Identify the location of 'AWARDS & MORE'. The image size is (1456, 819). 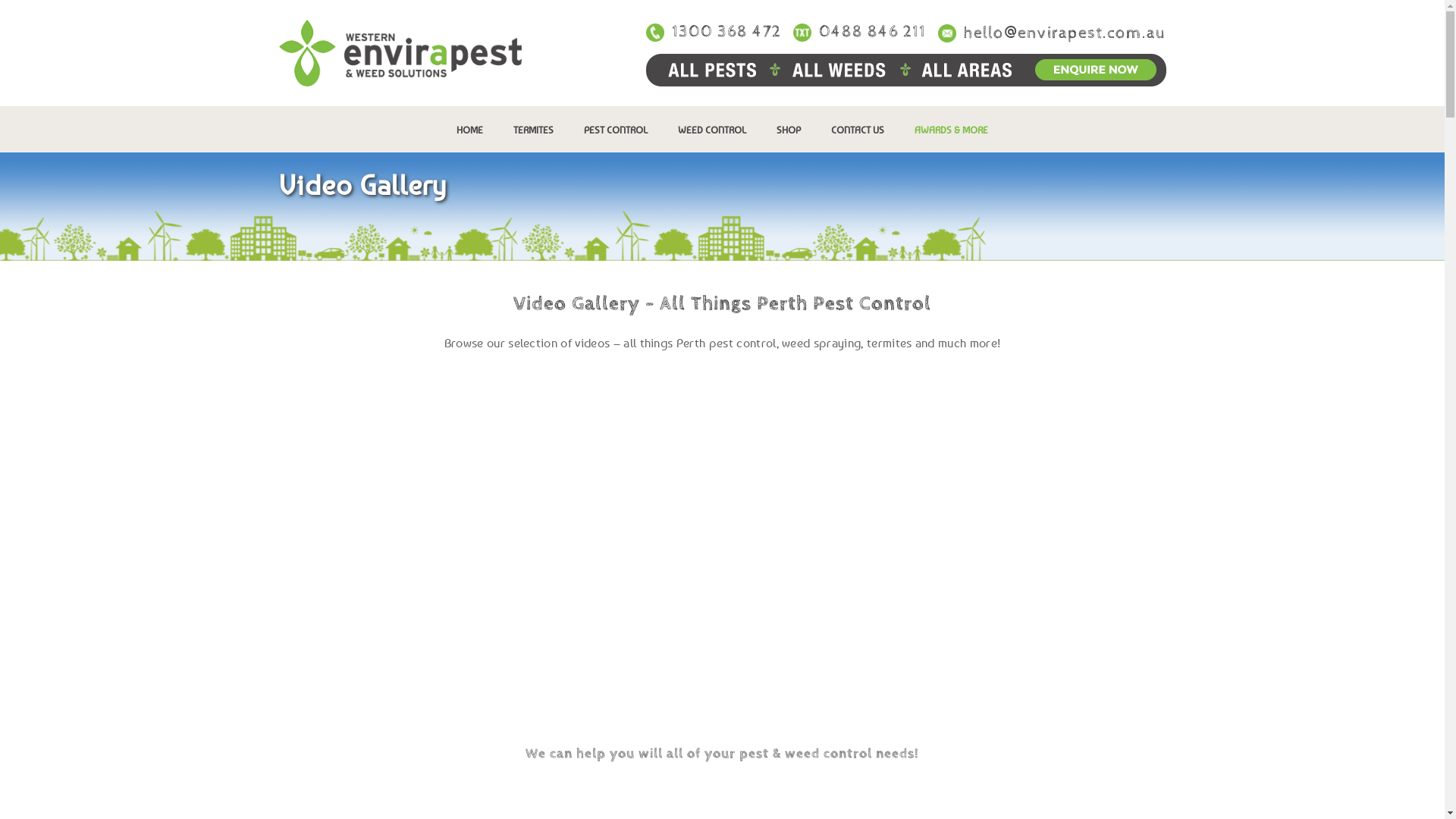
(950, 128).